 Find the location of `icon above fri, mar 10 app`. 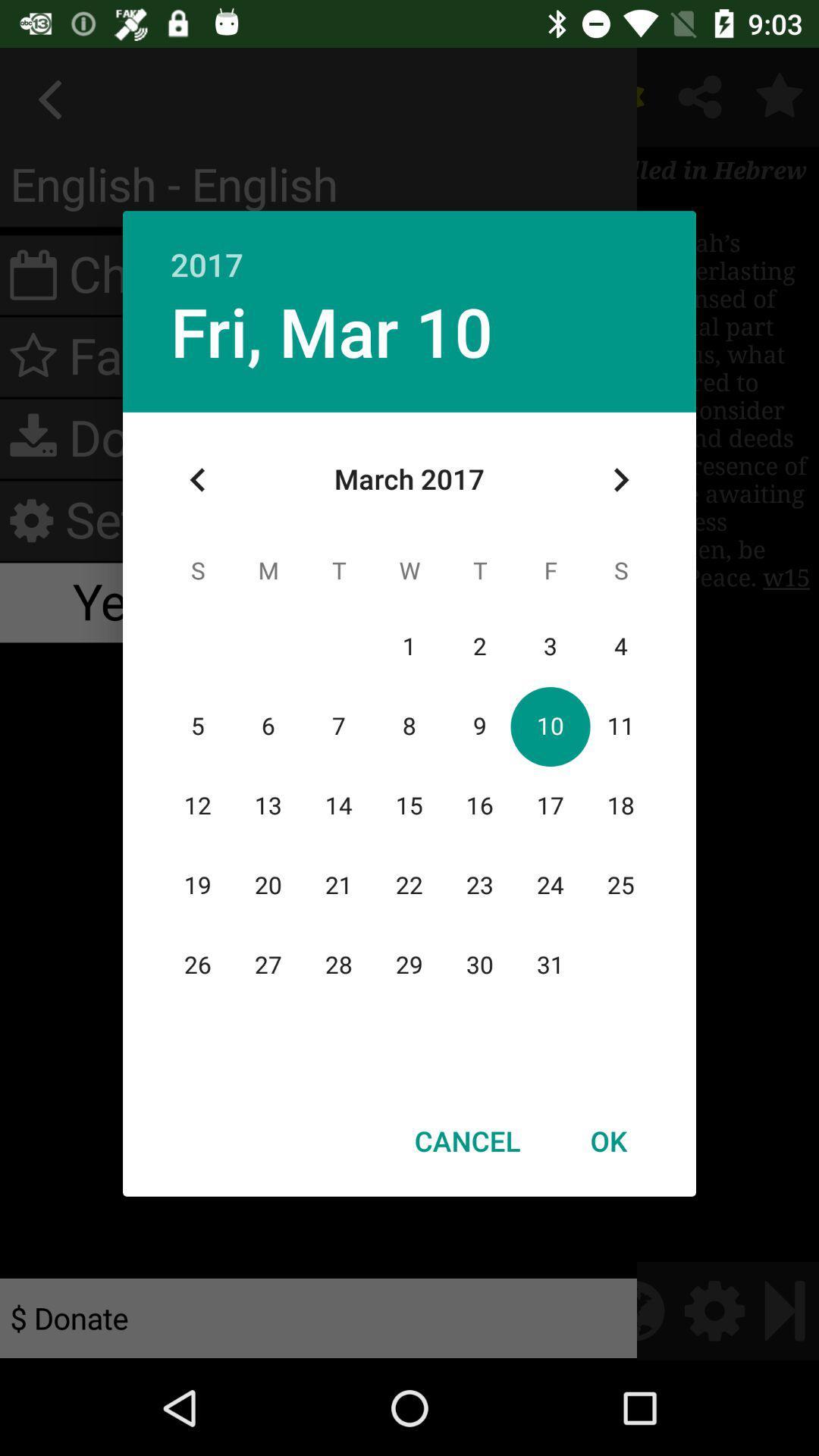

icon above fri, mar 10 app is located at coordinates (409, 248).